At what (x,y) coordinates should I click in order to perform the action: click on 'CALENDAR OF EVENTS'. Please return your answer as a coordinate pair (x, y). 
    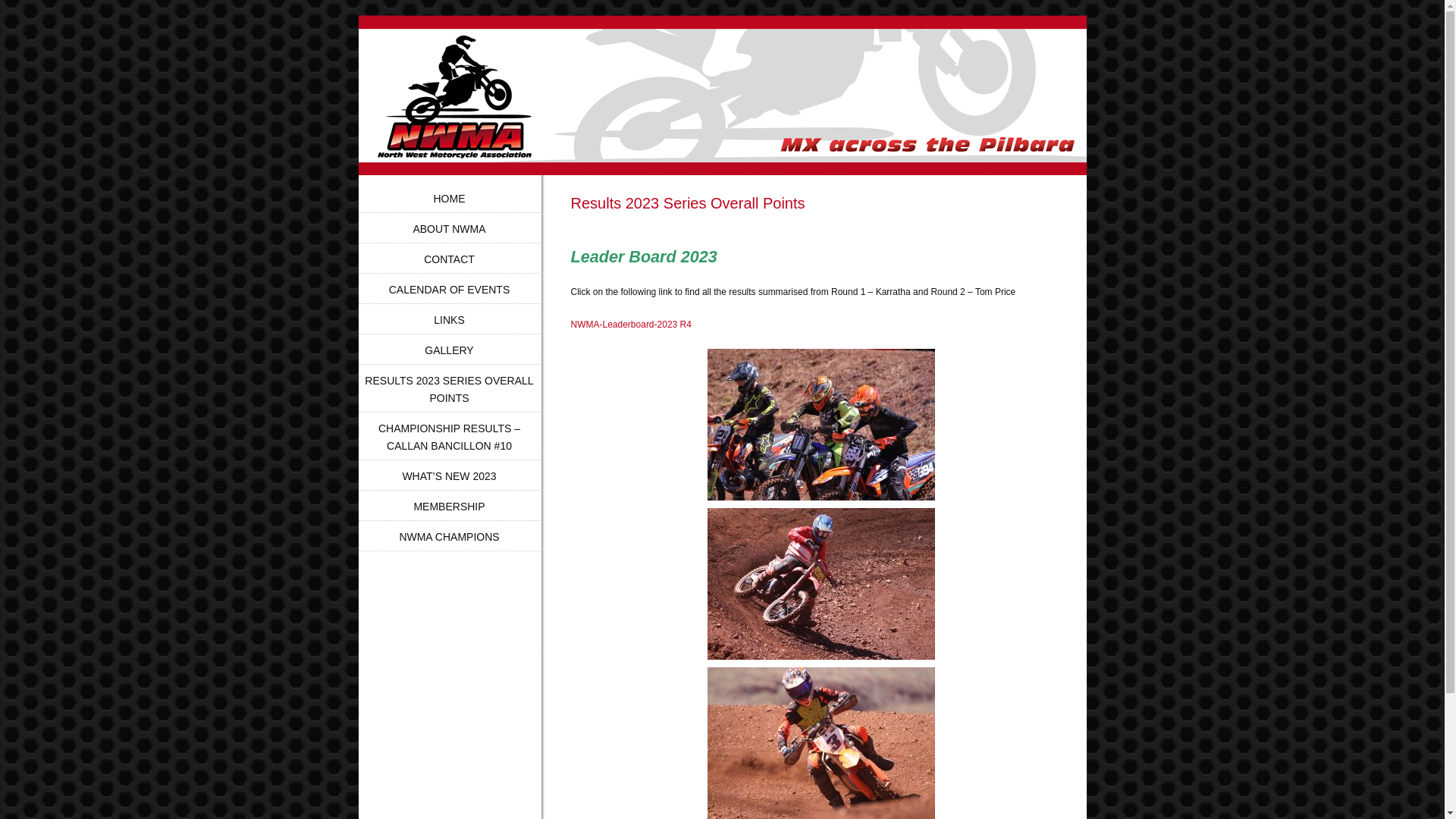
    Looking at the image, I should click on (389, 289).